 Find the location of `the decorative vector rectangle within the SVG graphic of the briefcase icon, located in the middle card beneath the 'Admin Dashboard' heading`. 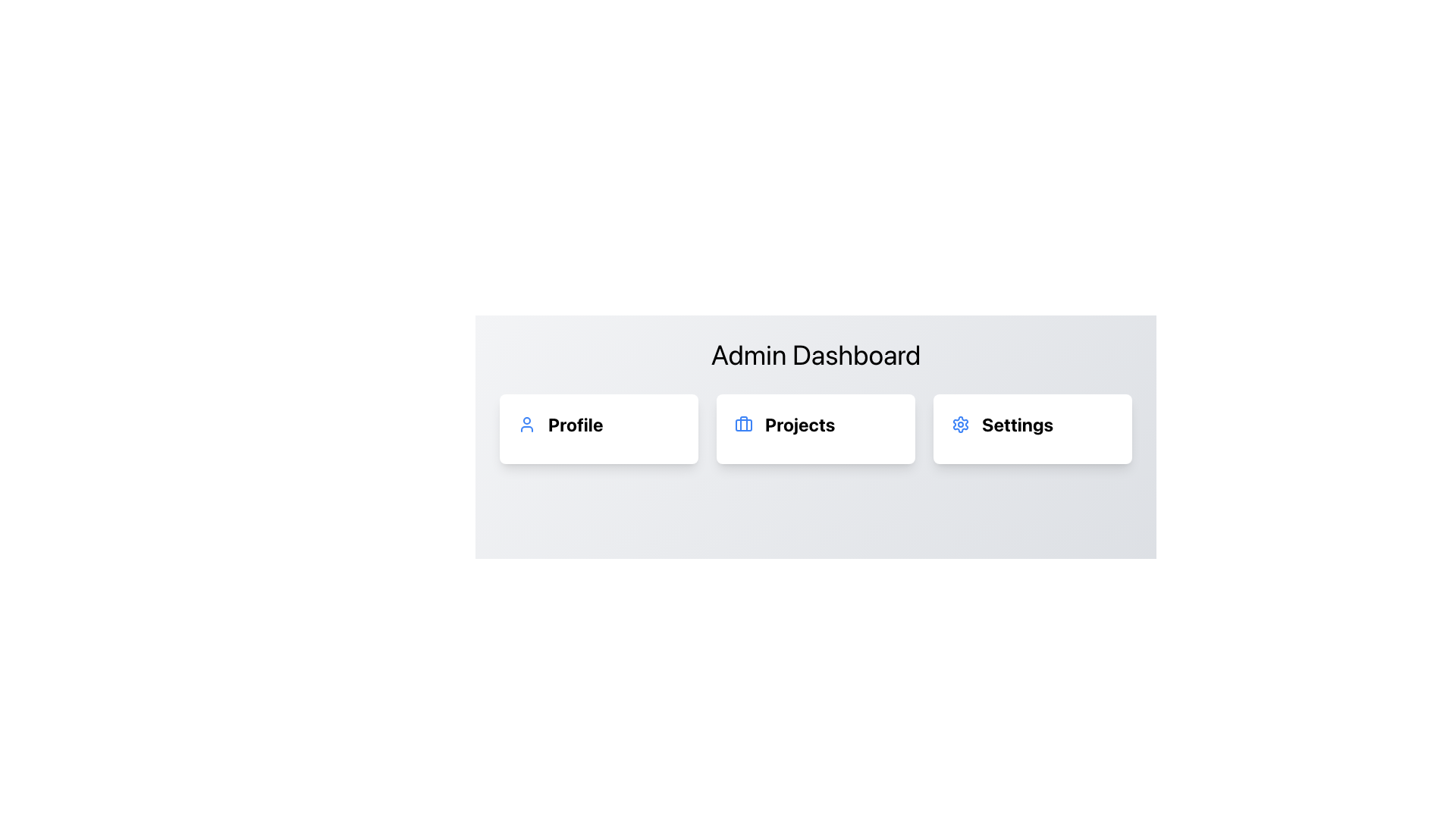

the decorative vector rectangle within the SVG graphic of the briefcase icon, located in the middle card beneath the 'Admin Dashboard' heading is located at coordinates (743, 425).